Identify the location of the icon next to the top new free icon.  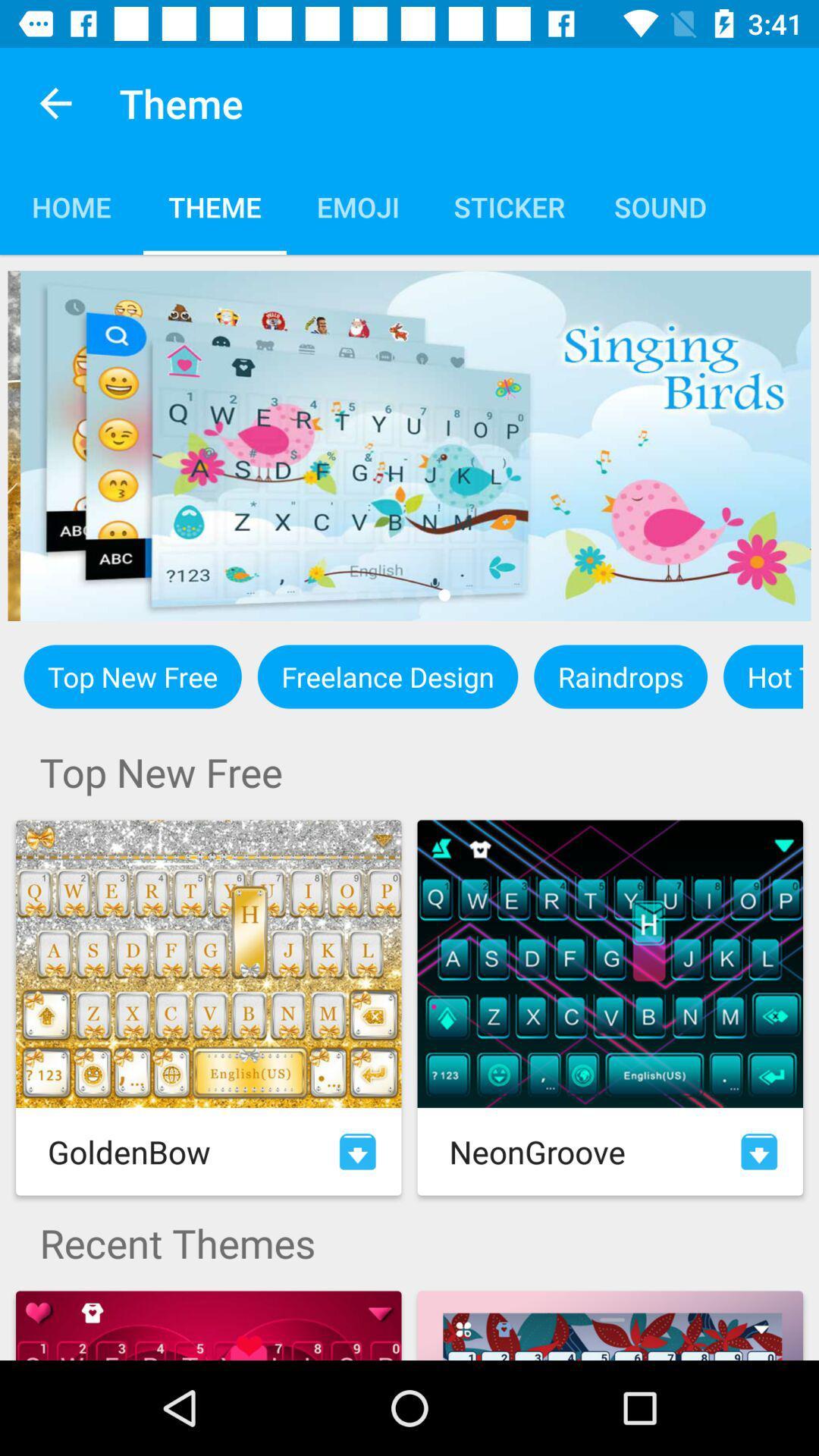
(387, 676).